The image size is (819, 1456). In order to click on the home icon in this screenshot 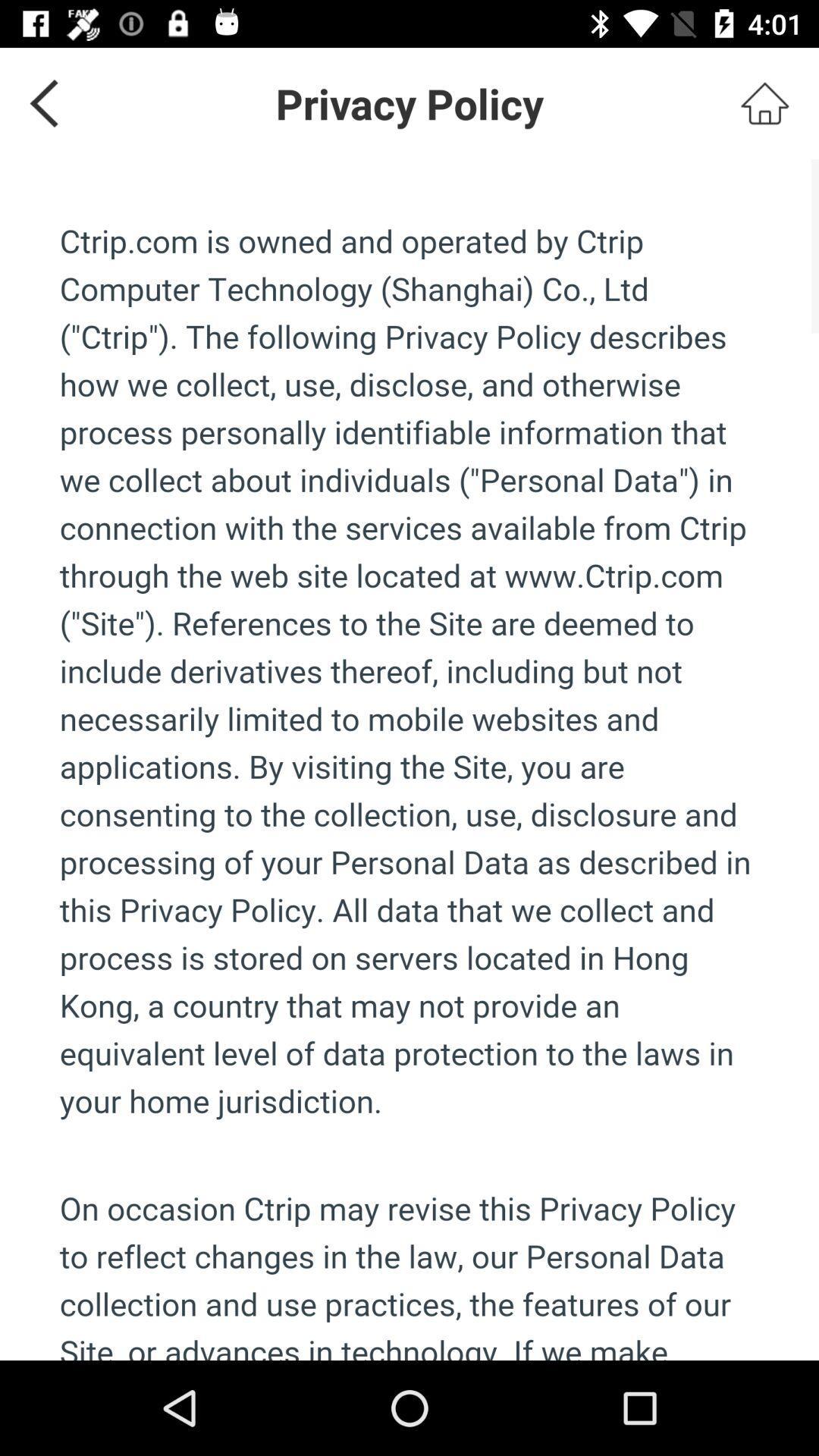, I will do `click(764, 102)`.